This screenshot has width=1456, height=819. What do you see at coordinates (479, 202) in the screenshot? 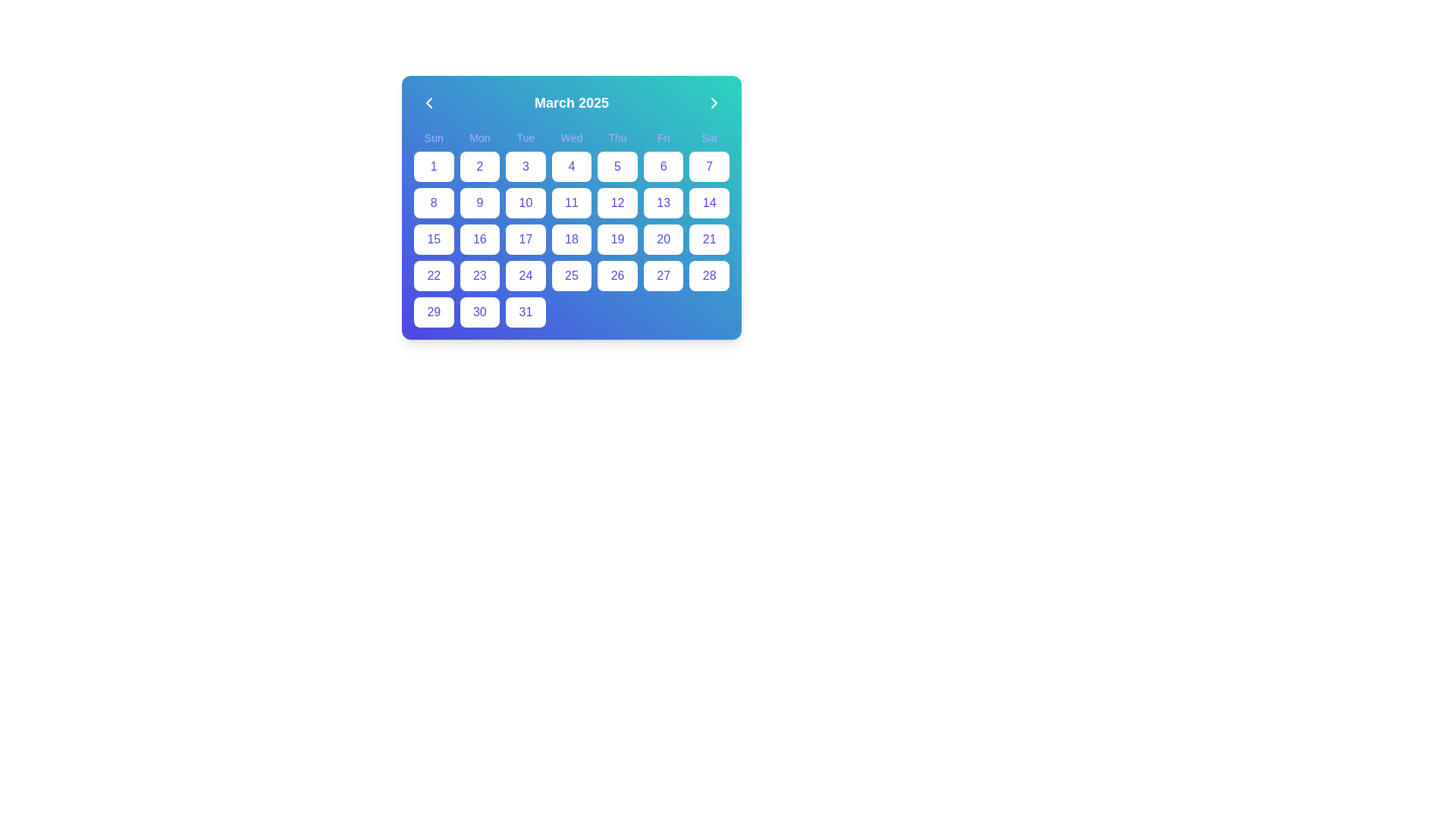
I see `the button representing the 9th day of the month in the calendar grid under the 'Mon' column` at bounding box center [479, 202].